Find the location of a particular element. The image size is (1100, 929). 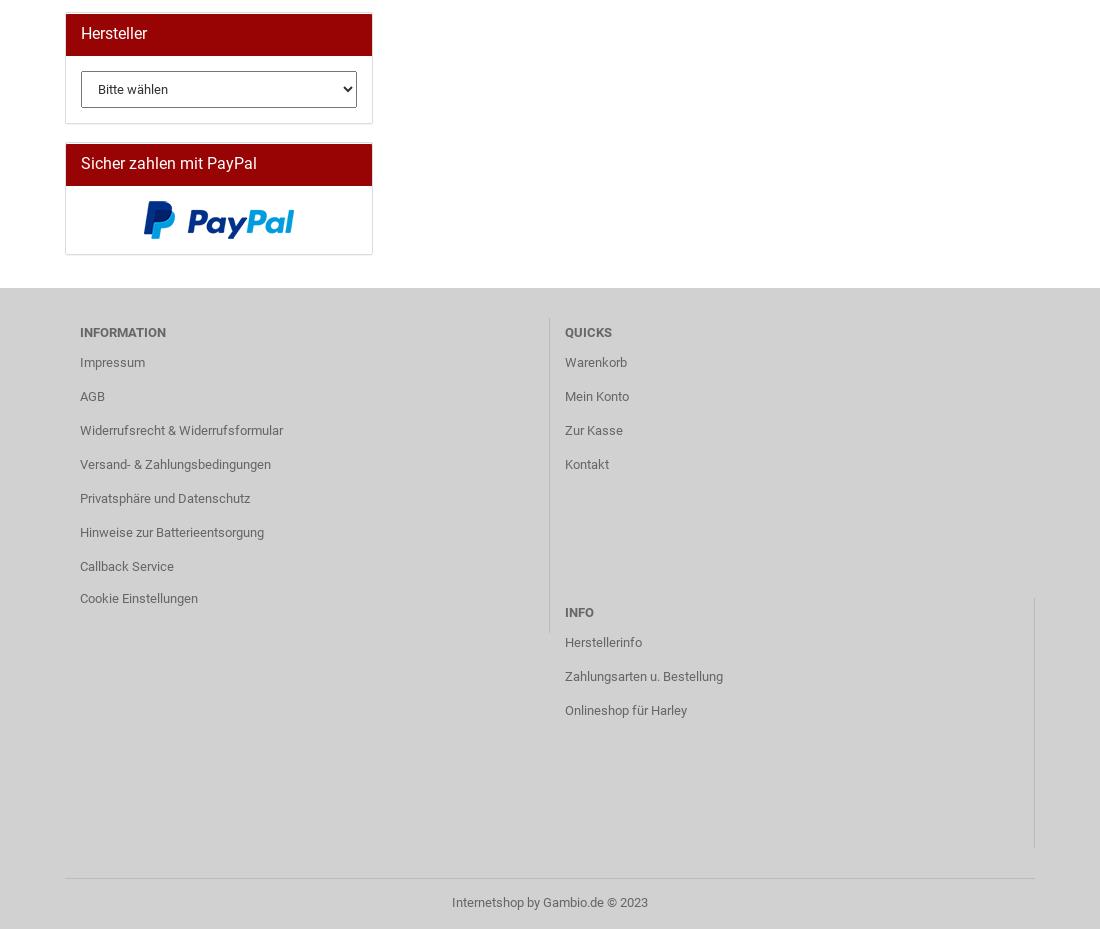

'by Gambio.de © 2023' is located at coordinates (584, 902).